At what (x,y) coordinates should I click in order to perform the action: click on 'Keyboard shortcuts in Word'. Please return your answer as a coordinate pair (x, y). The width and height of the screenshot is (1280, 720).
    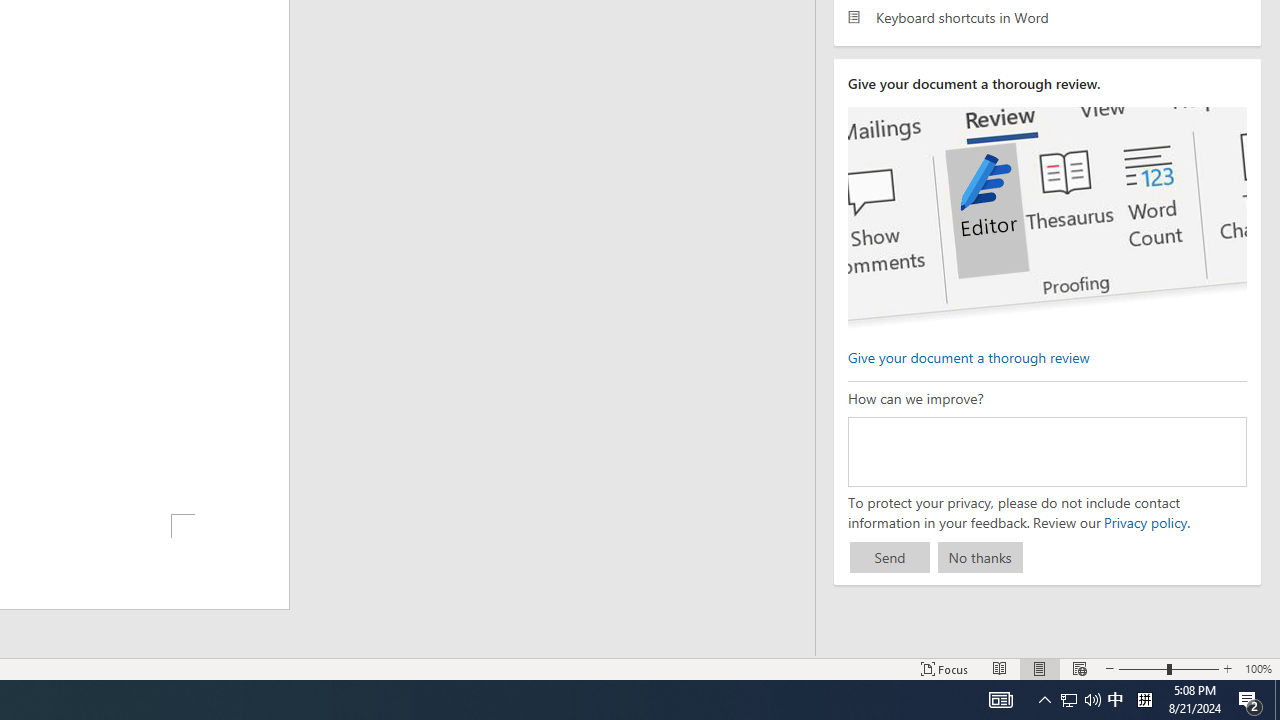
    Looking at the image, I should click on (1046, 17).